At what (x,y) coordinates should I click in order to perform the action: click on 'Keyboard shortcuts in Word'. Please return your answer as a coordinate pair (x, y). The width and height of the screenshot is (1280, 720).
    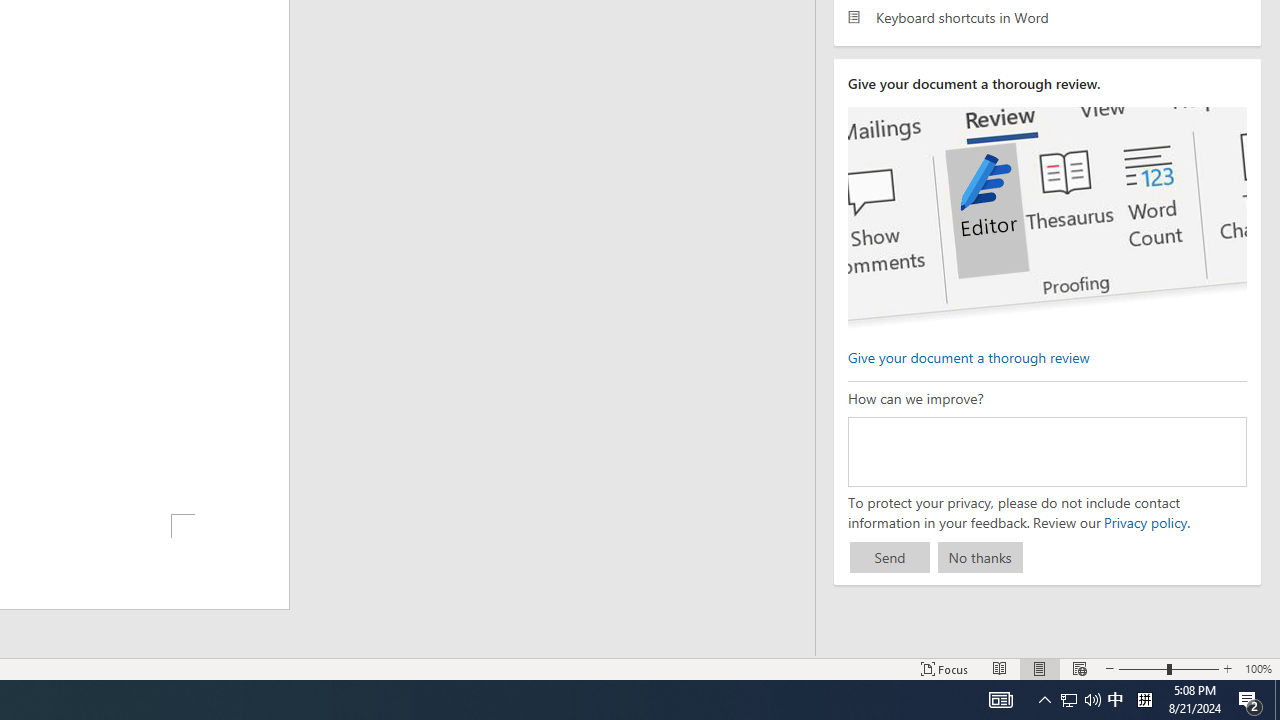
    Looking at the image, I should click on (1046, 17).